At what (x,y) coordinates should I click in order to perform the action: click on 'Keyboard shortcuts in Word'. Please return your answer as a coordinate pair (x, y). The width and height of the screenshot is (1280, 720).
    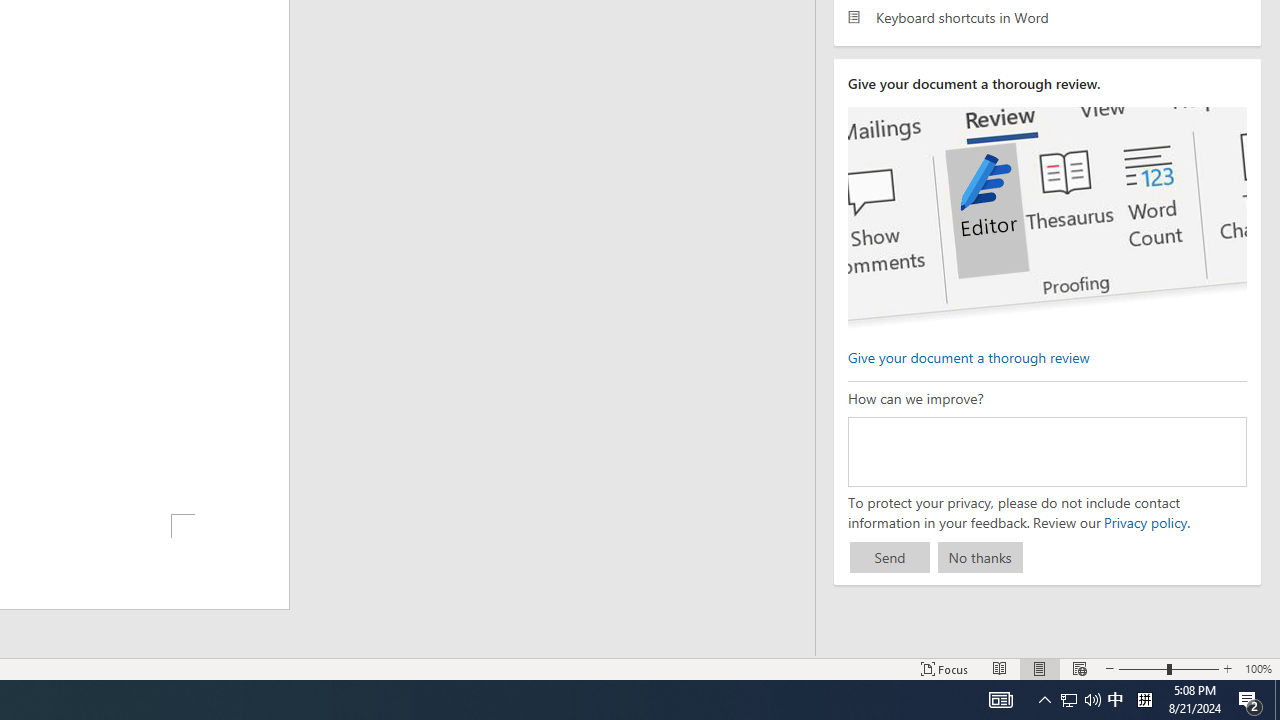
    Looking at the image, I should click on (1046, 17).